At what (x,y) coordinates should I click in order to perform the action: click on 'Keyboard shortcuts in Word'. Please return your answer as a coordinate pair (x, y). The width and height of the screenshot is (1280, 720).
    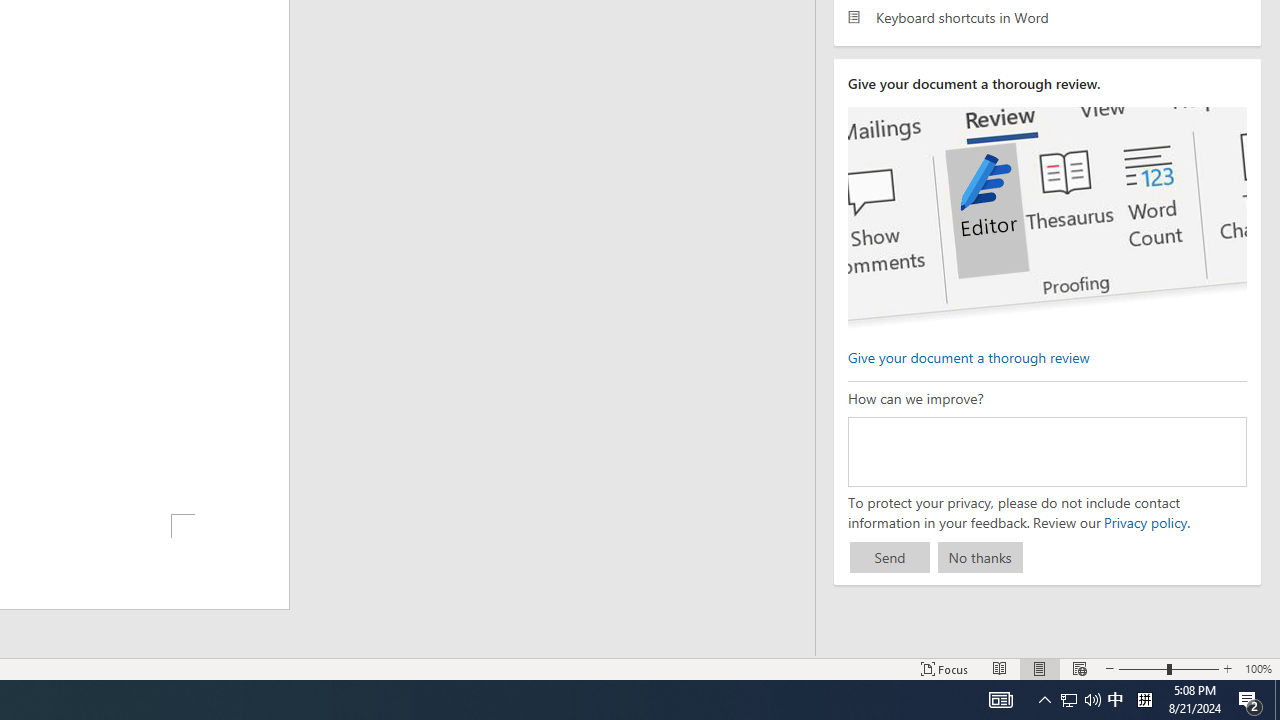
    Looking at the image, I should click on (1046, 17).